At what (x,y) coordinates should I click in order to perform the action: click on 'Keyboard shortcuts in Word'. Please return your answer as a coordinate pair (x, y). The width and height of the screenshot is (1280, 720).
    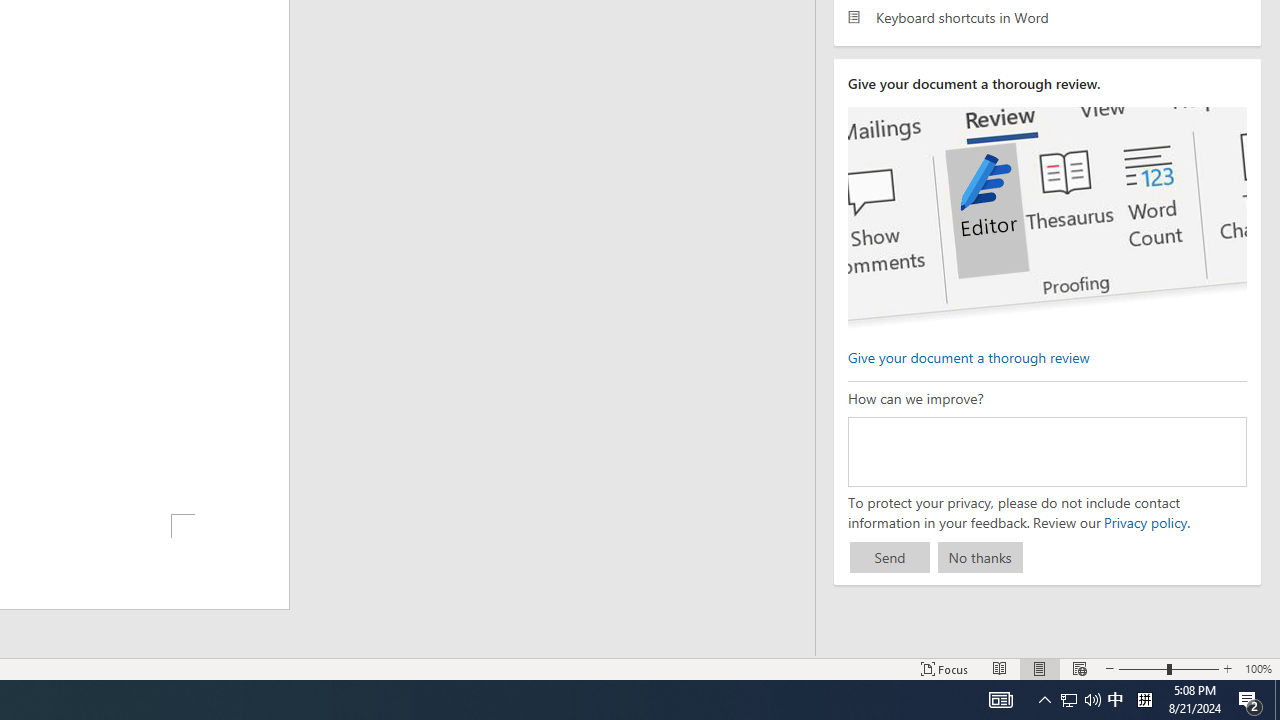
    Looking at the image, I should click on (1046, 17).